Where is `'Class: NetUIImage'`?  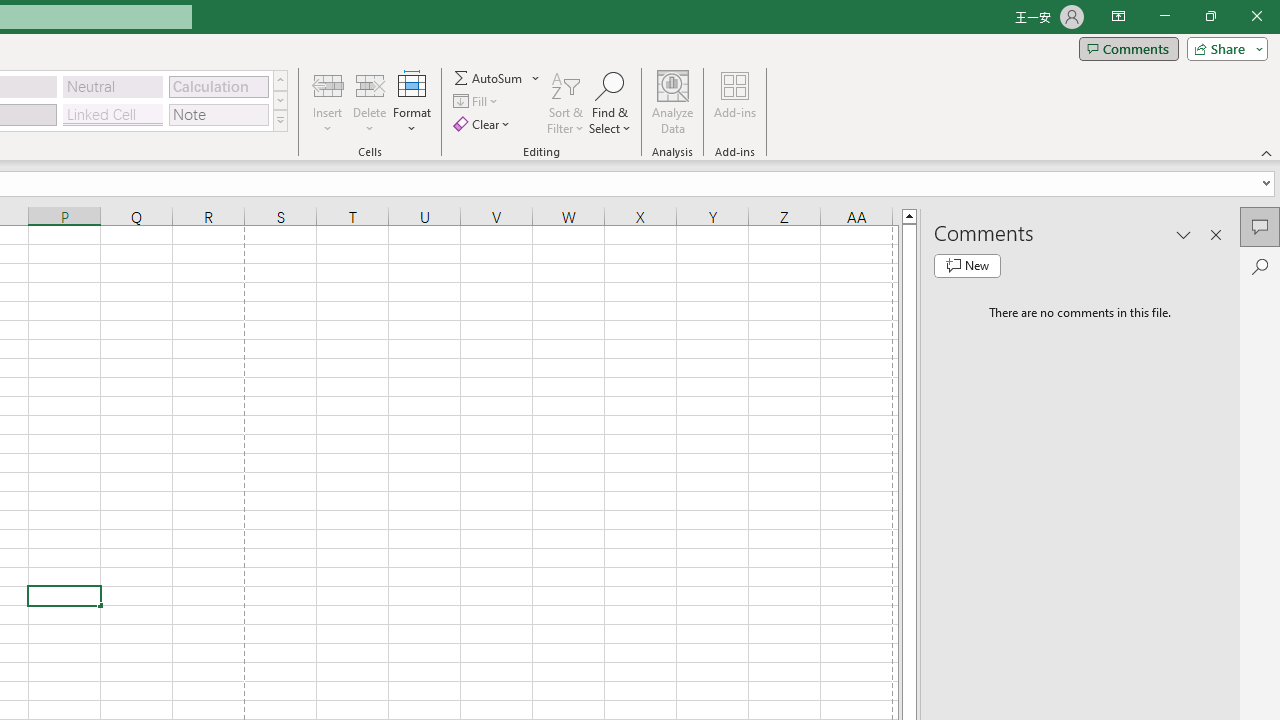
'Class: NetUIImage' is located at coordinates (279, 120).